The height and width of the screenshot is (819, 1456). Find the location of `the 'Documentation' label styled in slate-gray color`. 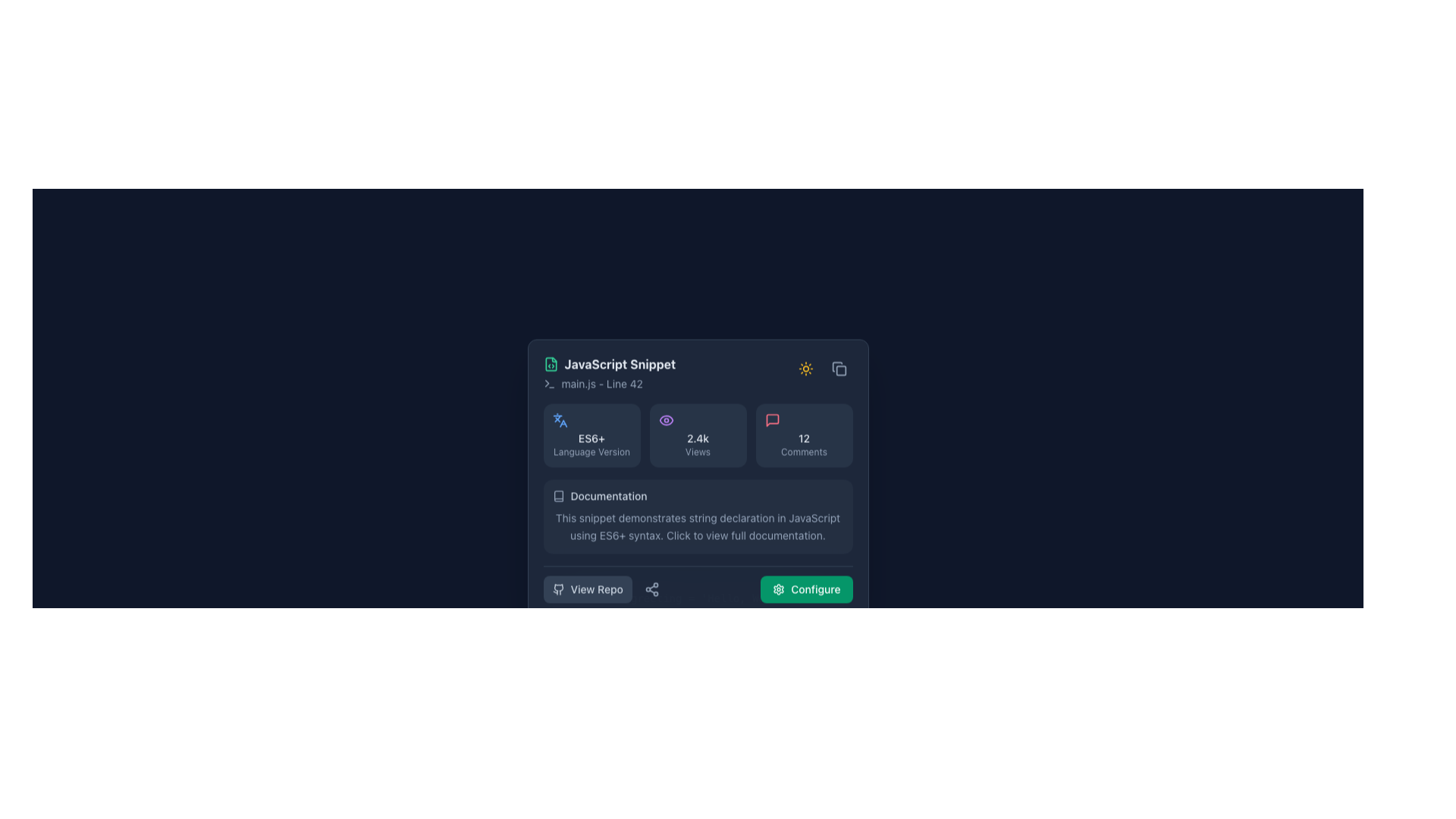

the 'Documentation' label styled in slate-gray color is located at coordinates (608, 496).